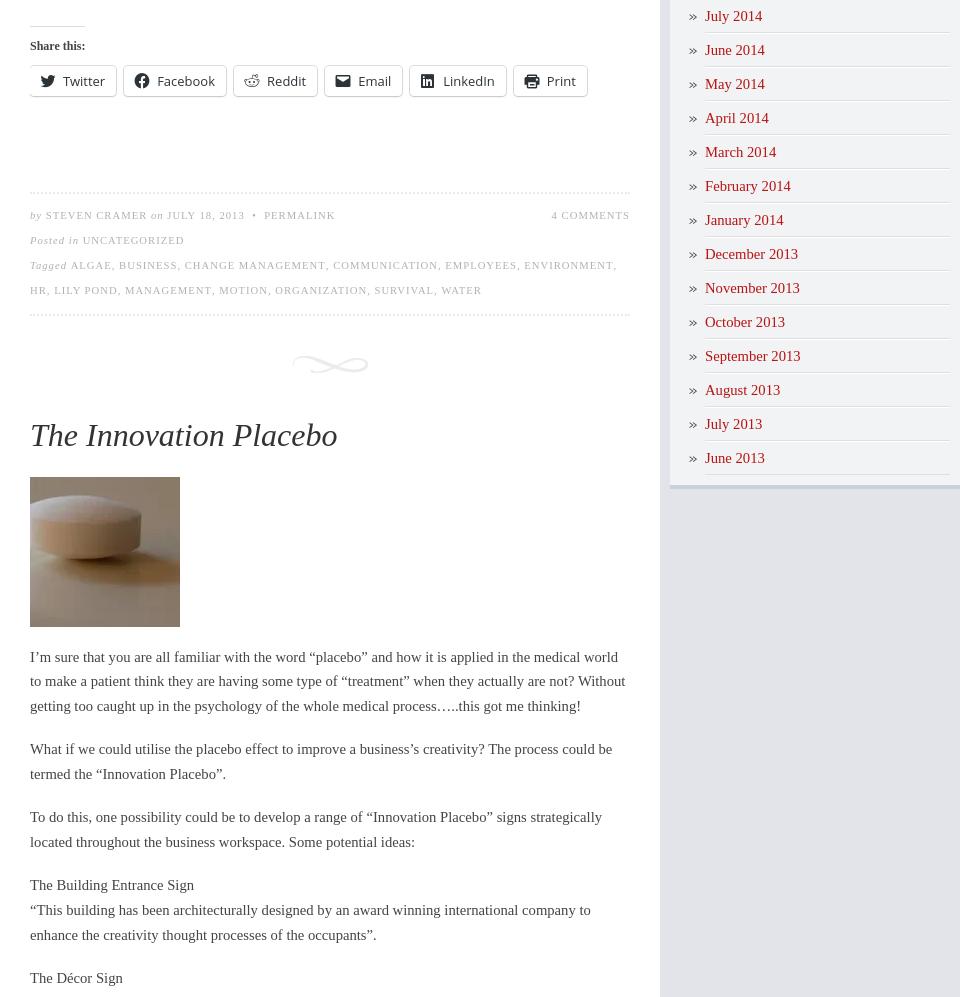 The image size is (960, 997). What do you see at coordinates (751, 354) in the screenshot?
I see `'September 2013'` at bounding box center [751, 354].